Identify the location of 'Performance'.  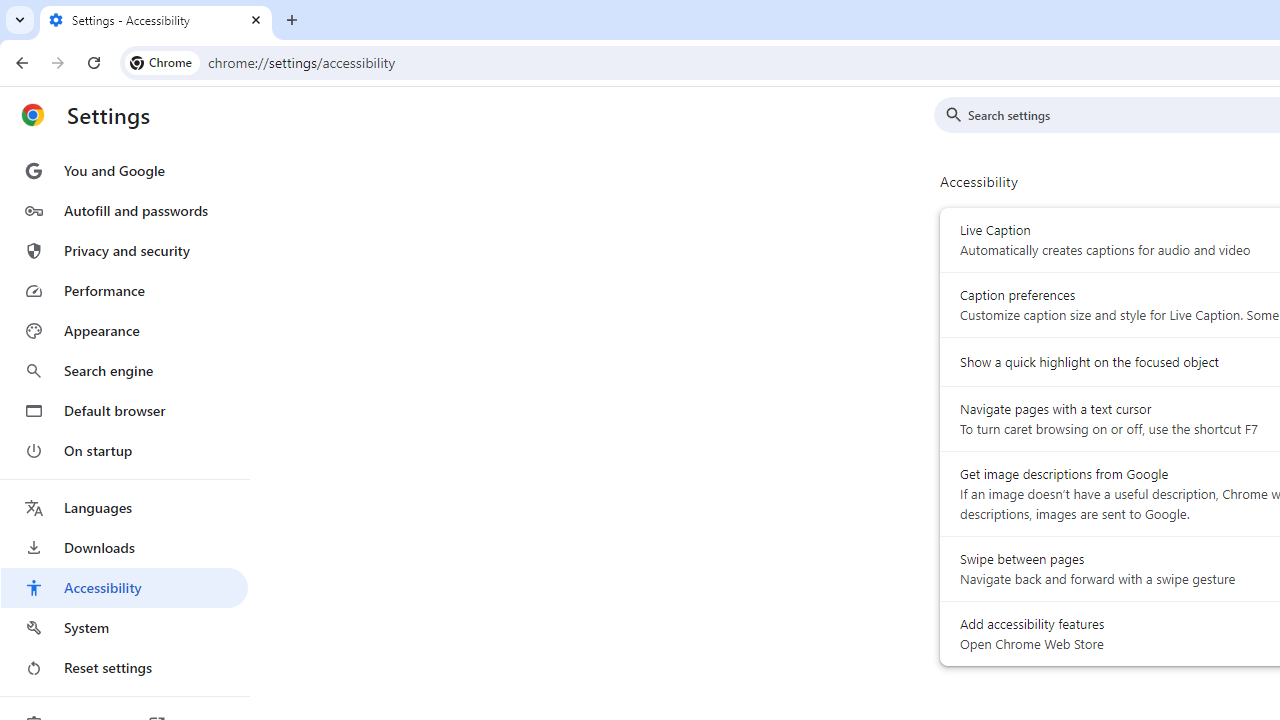
(123, 290).